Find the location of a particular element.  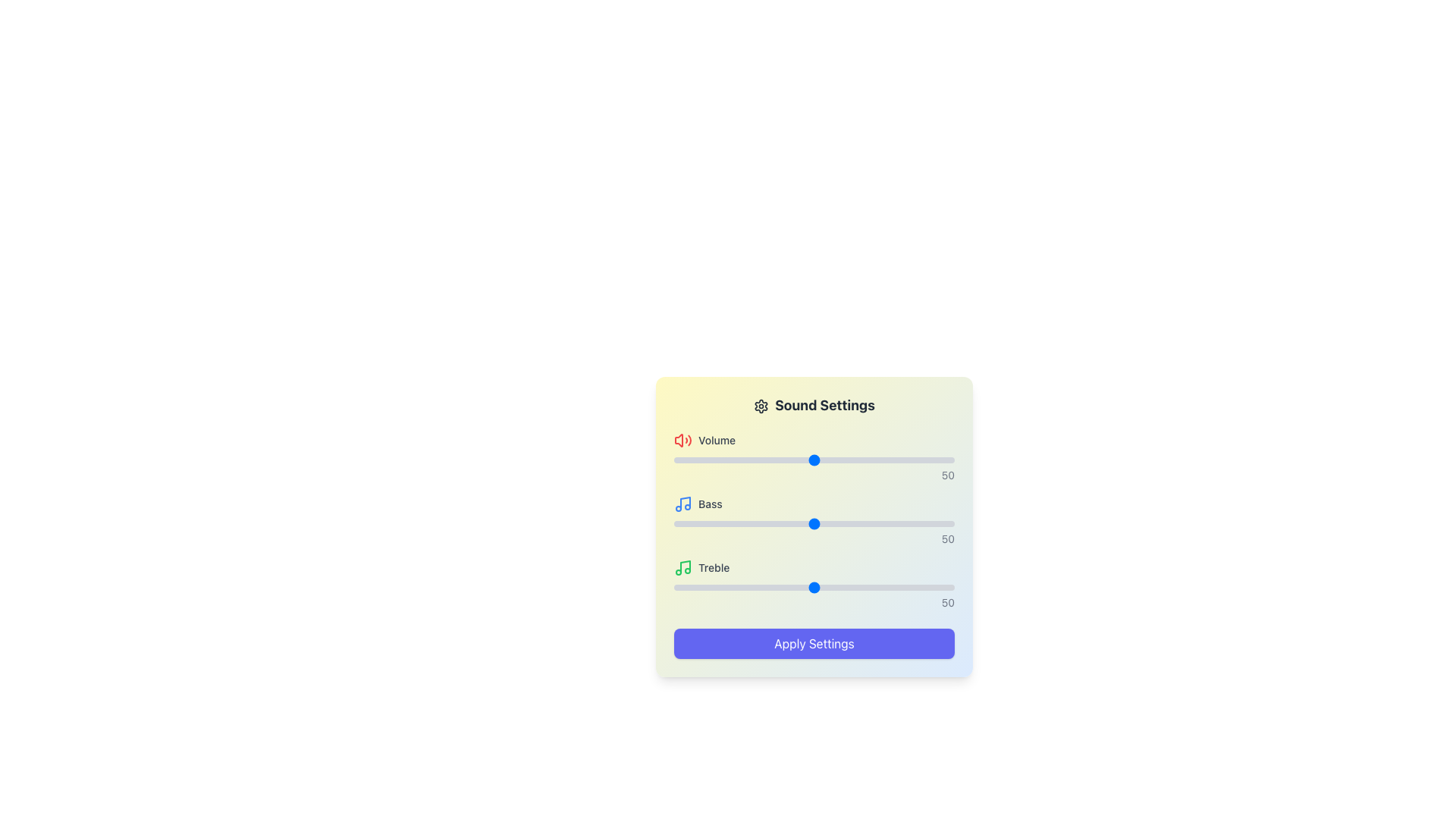

the volume is located at coordinates (943, 459).